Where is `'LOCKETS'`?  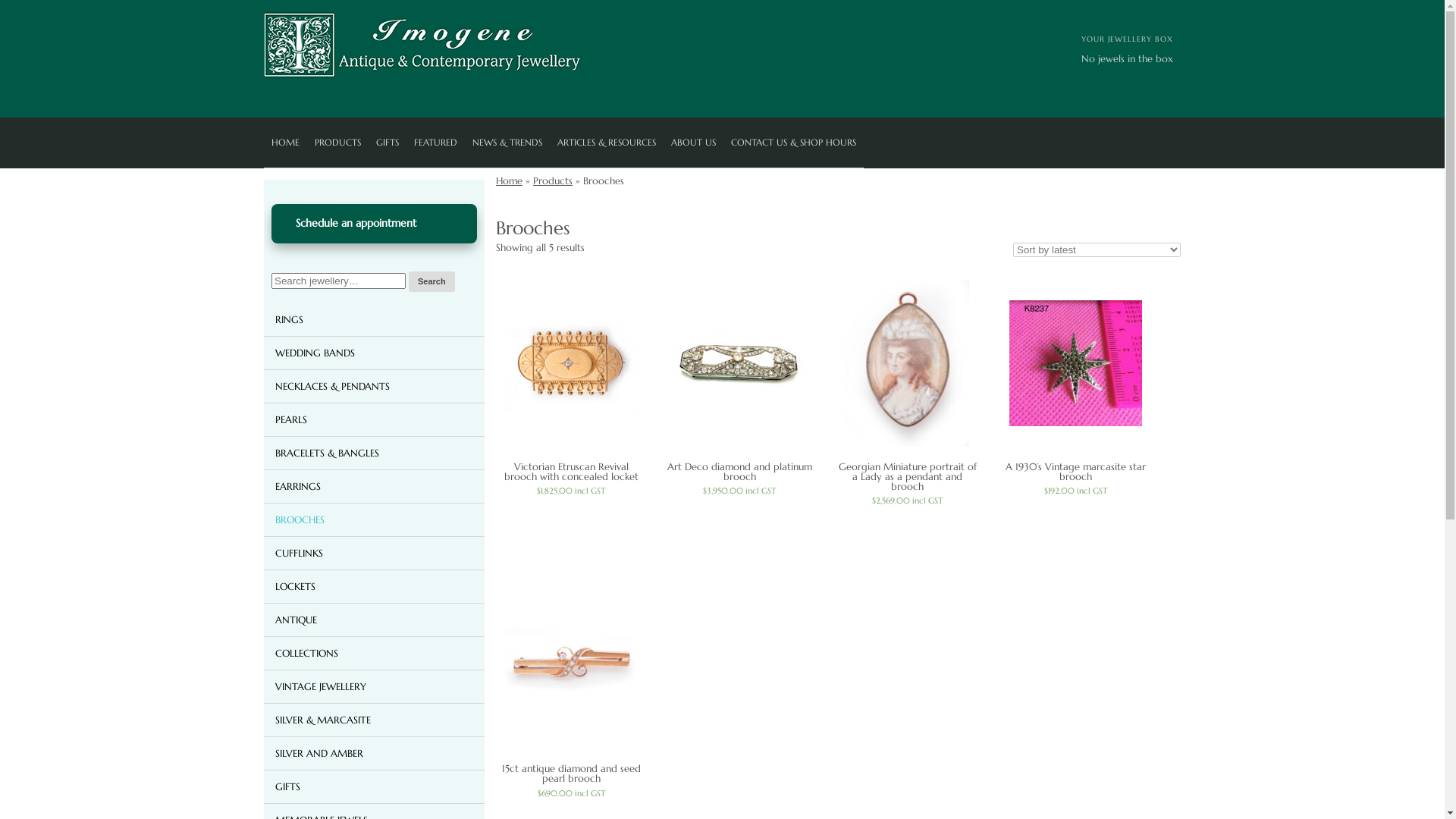
'LOCKETS' is located at coordinates (263, 585).